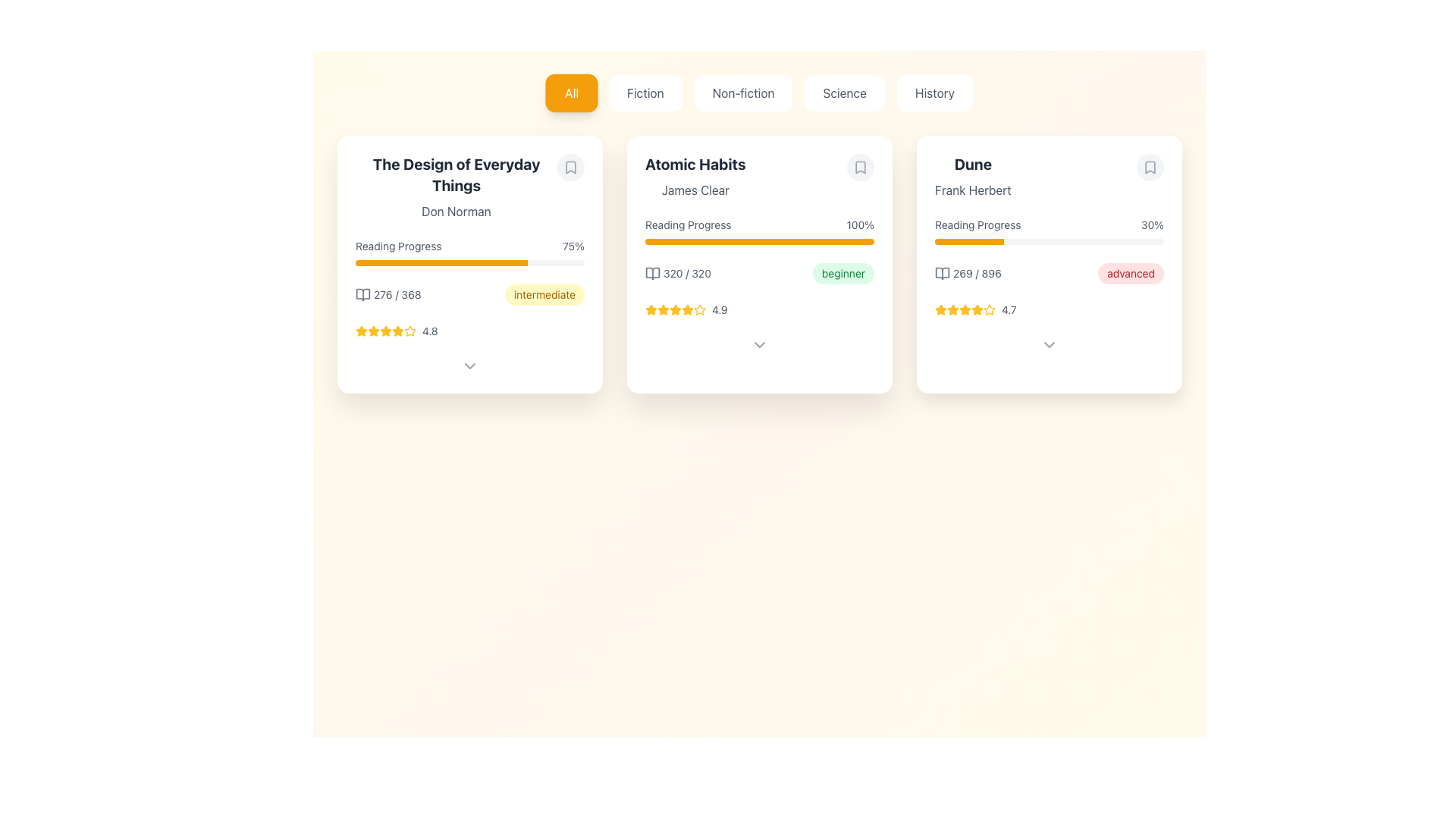 The width and height of the screenshot is (1456, 819). I want to click on the tag-style component with rounded corners and a green background that reads 'beginner', located beside a progress element in the 'Atomic Habits' card module, so click(843, 274).